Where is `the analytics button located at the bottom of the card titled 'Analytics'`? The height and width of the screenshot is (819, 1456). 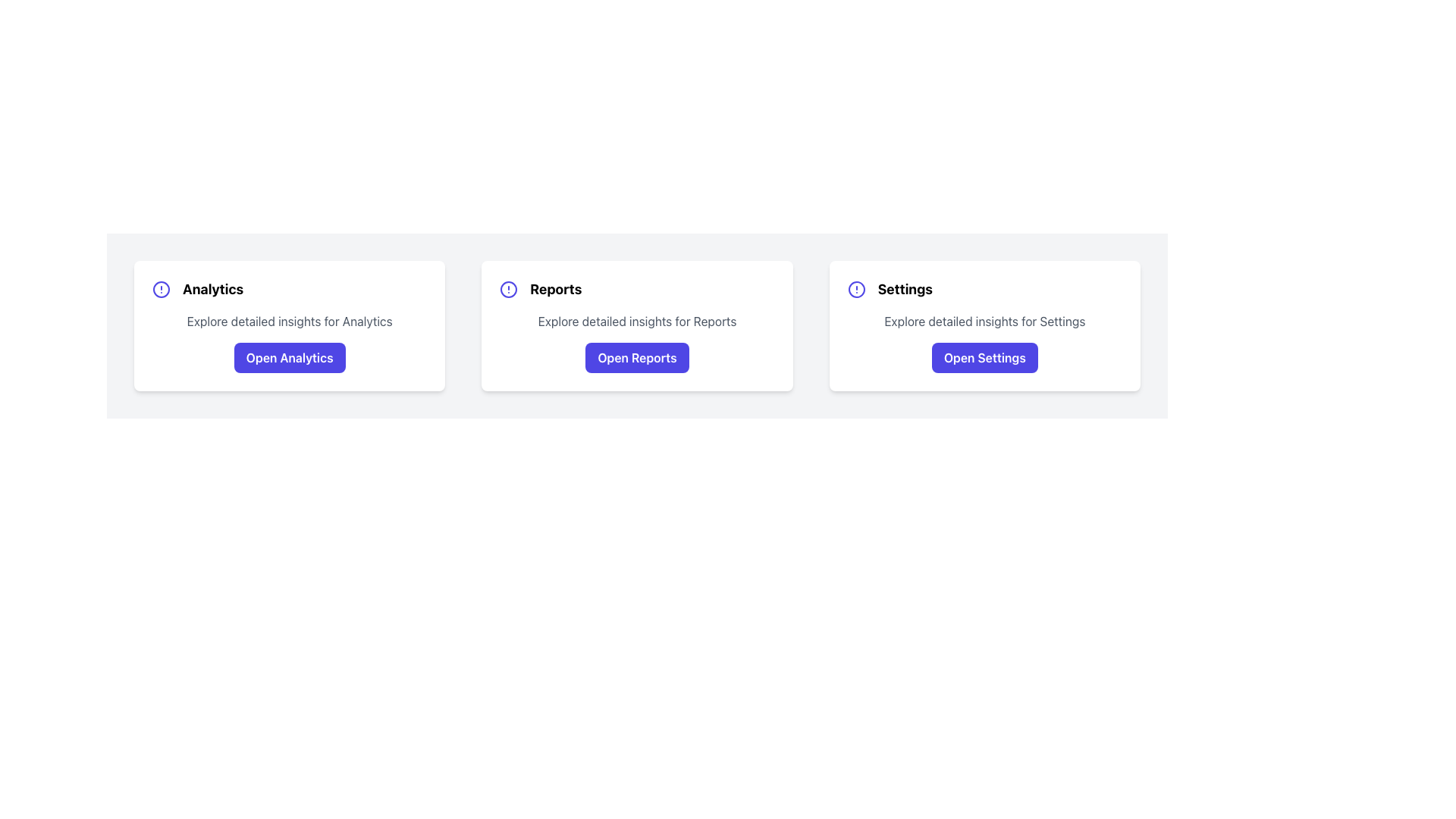
the analytics button located at the bottom of the card titled 'Analytics' is located at coordinates (290, 357).